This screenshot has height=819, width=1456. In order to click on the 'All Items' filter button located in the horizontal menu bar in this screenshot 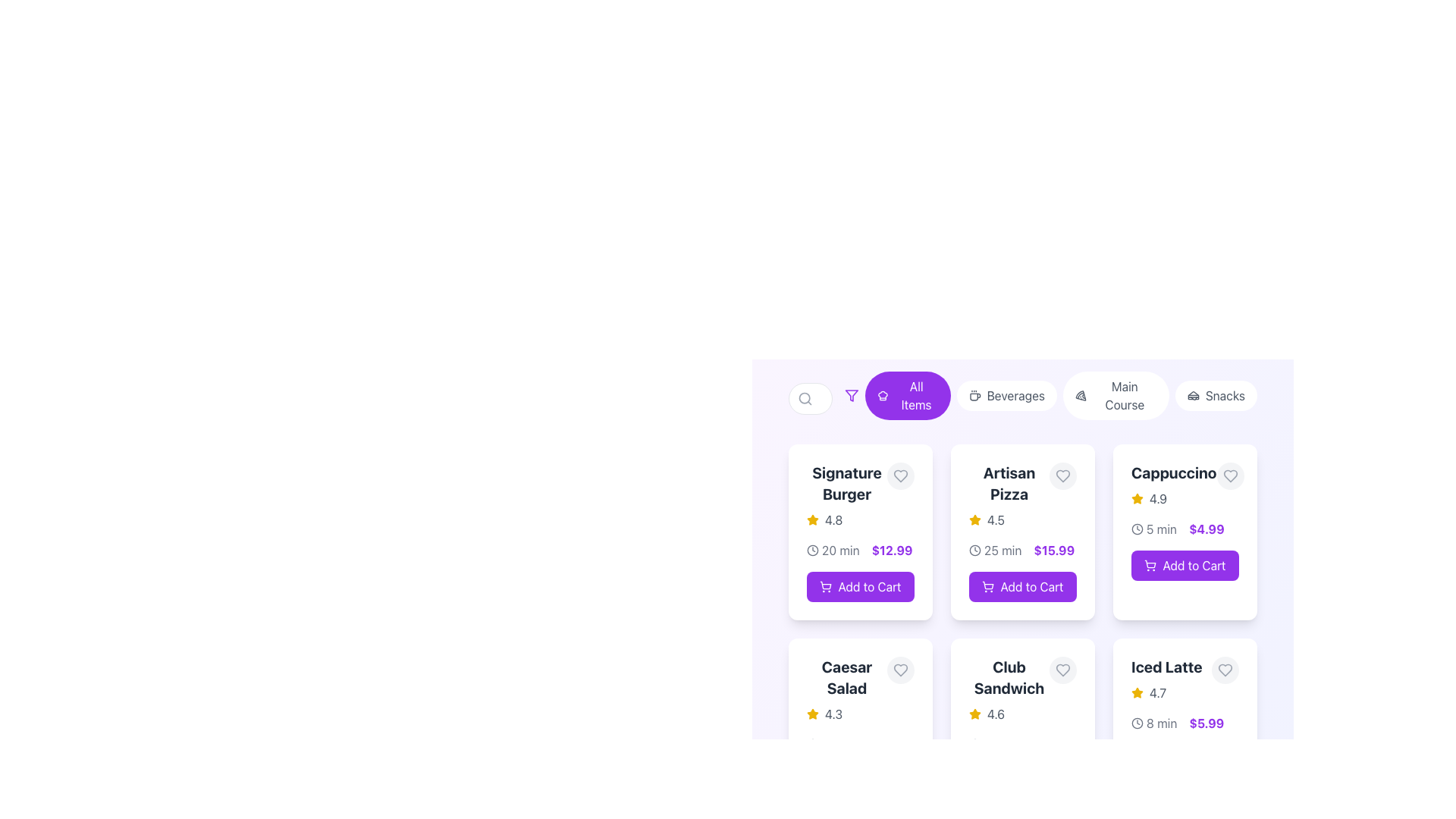, I will do `click(915, 394)`.